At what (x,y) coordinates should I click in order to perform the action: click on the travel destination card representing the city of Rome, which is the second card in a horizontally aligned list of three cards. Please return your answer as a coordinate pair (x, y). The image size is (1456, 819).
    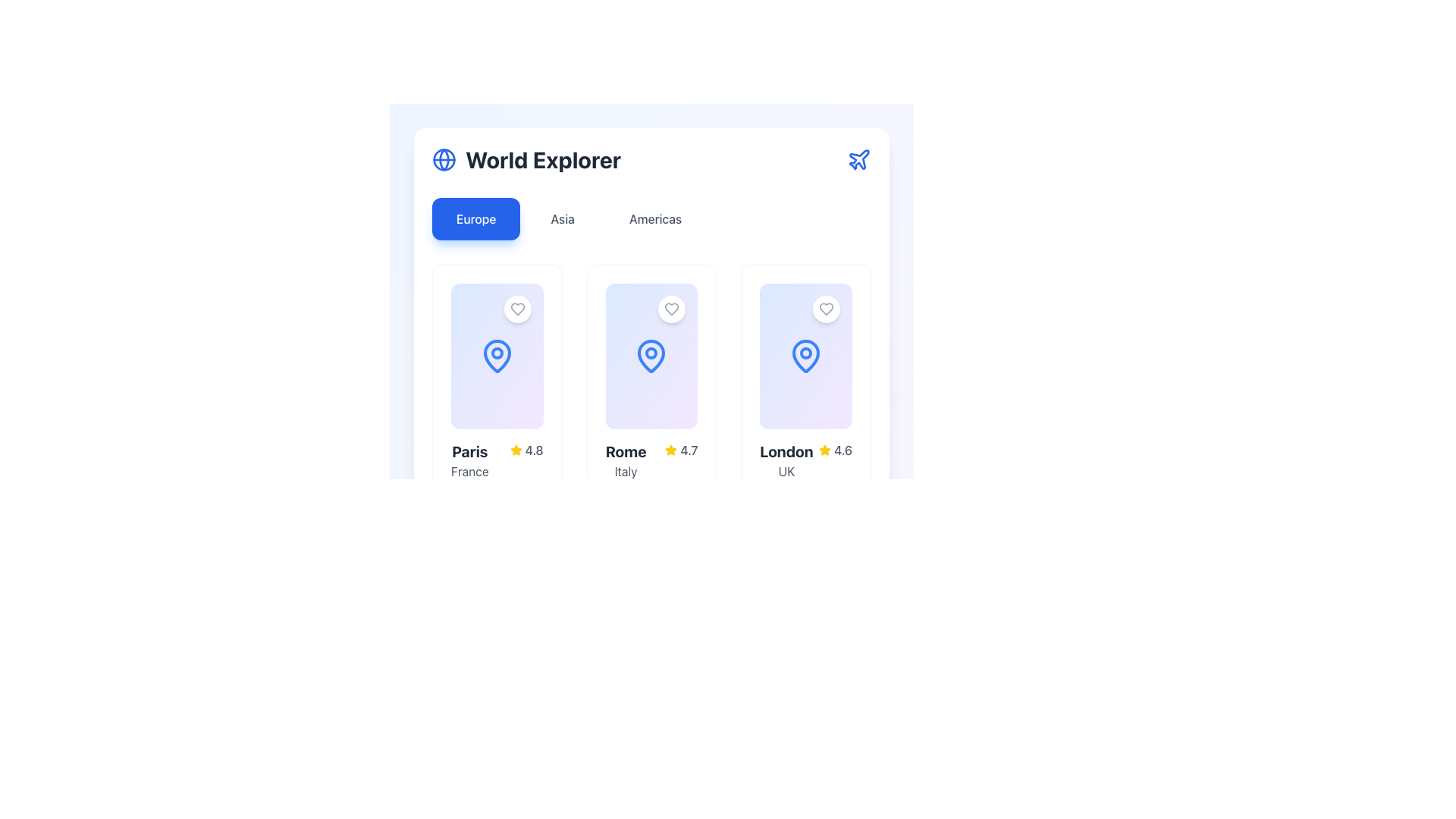
    Looking at the image, I should click on (651, 426).